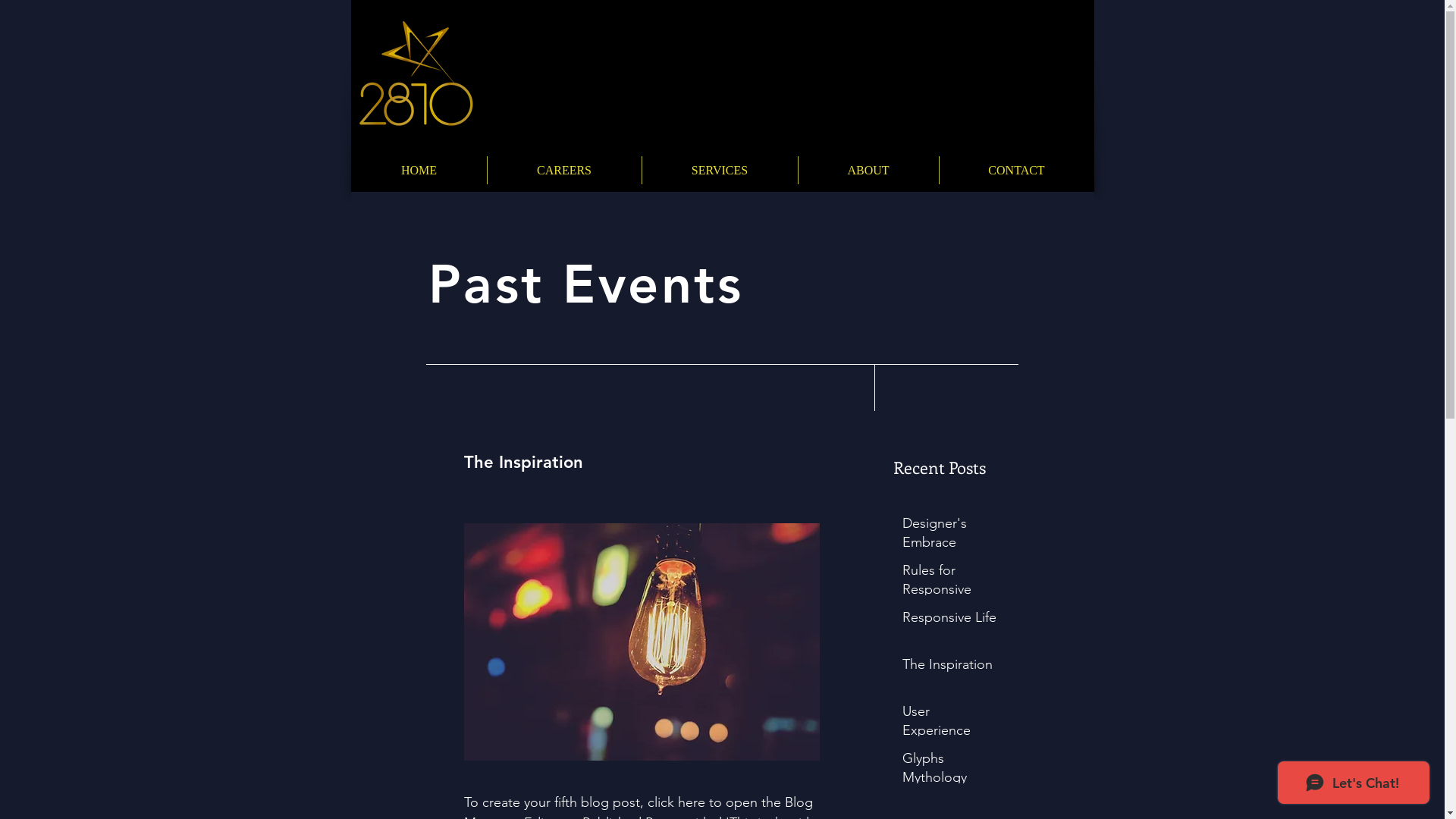 The image size is (1456, 819). What do you see at coordinates (949, 667) in the screenshot?
I see `'The Inspiration'` at bounding box center [949, 667].